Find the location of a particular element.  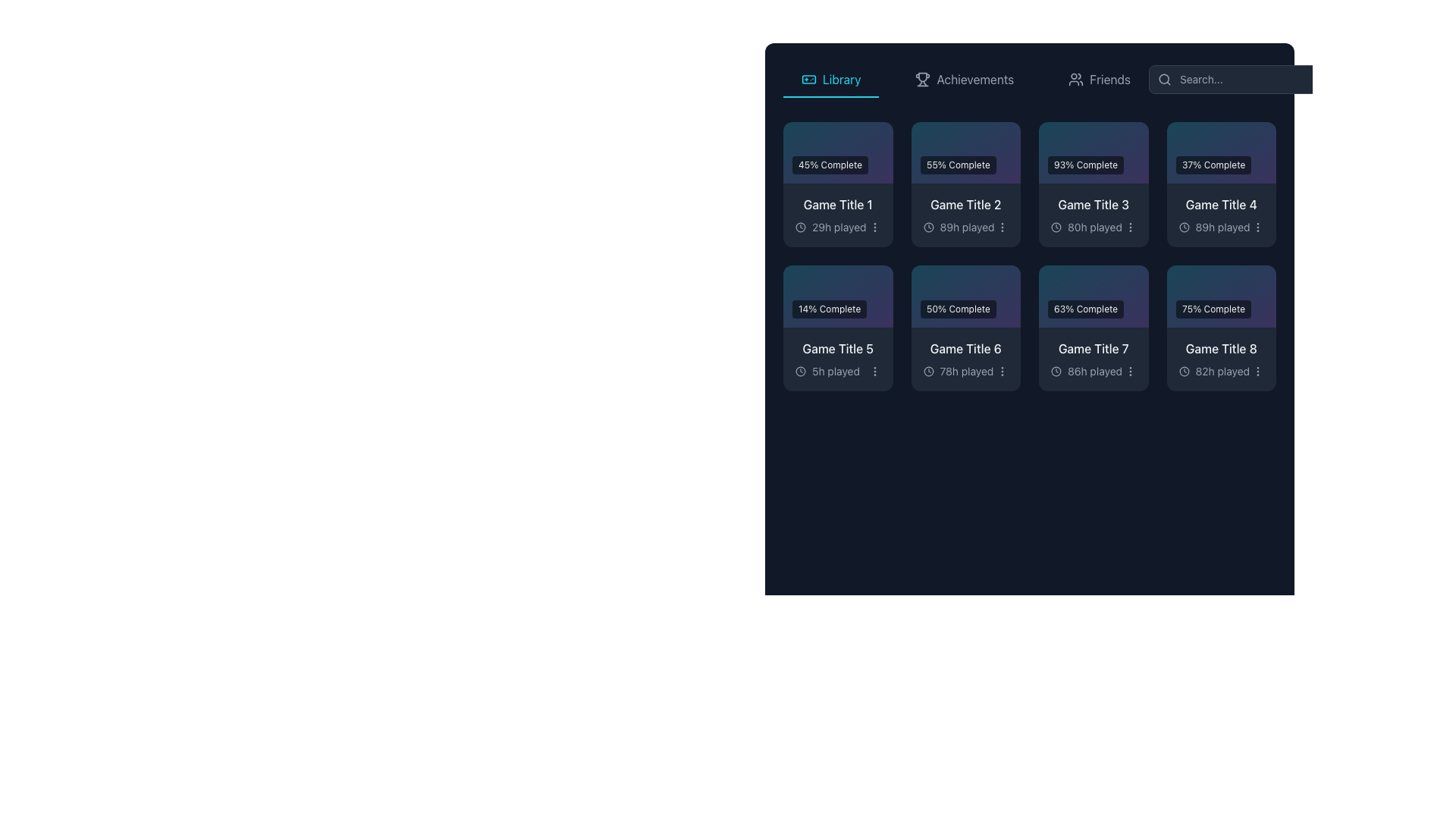

game information from the Informative card located in the fourth row, second column of the game library grid, which displays the game's title and time spent playing, along with a completion percentage label above is located at coordinates (1094, 359).